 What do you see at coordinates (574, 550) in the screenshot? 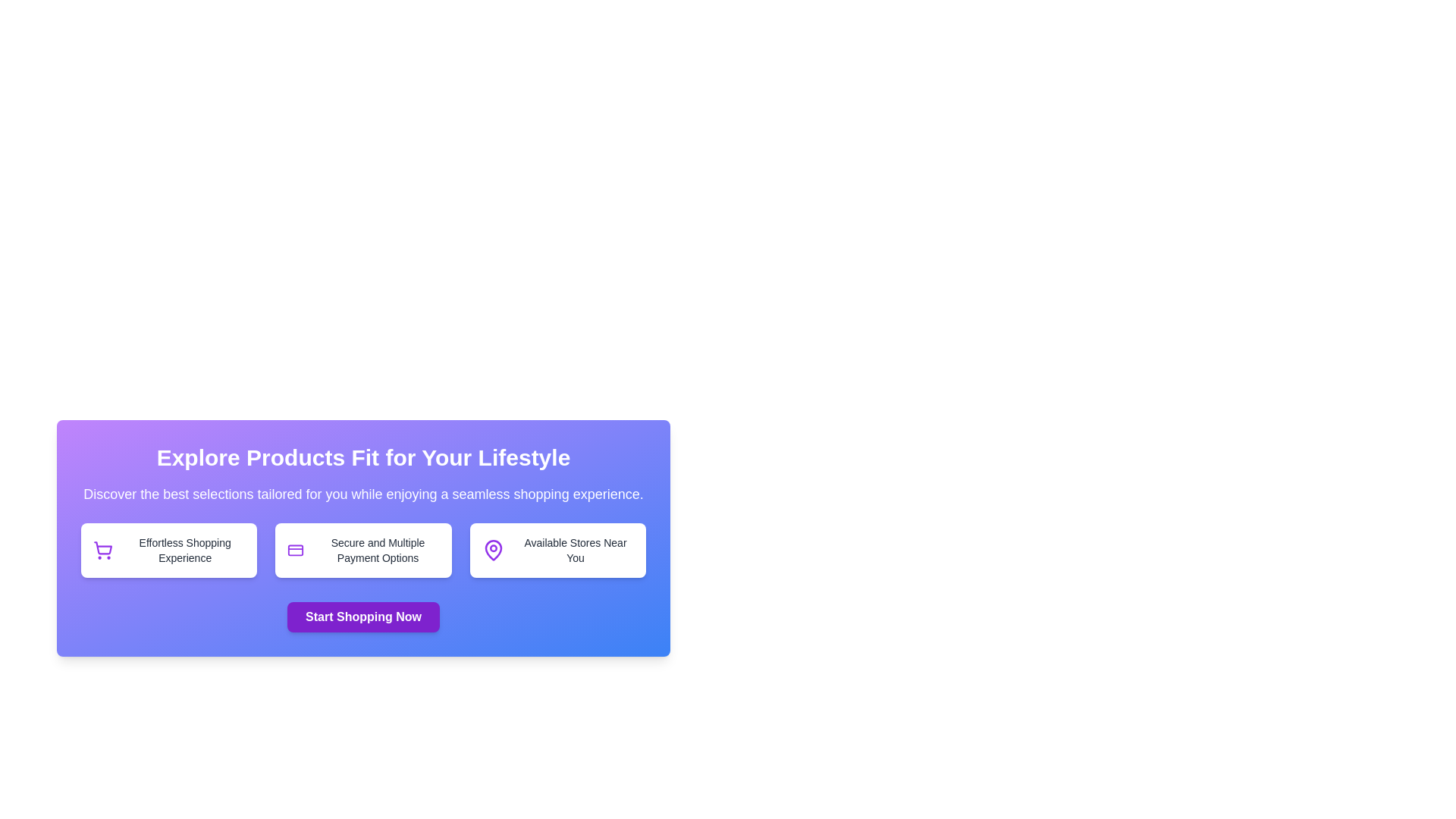
I see `the informational text label located at the bottom of the third card in a horizontal row of three cards, positioned to the far right under the purple location pin icon` at bounding box center [574, 550].